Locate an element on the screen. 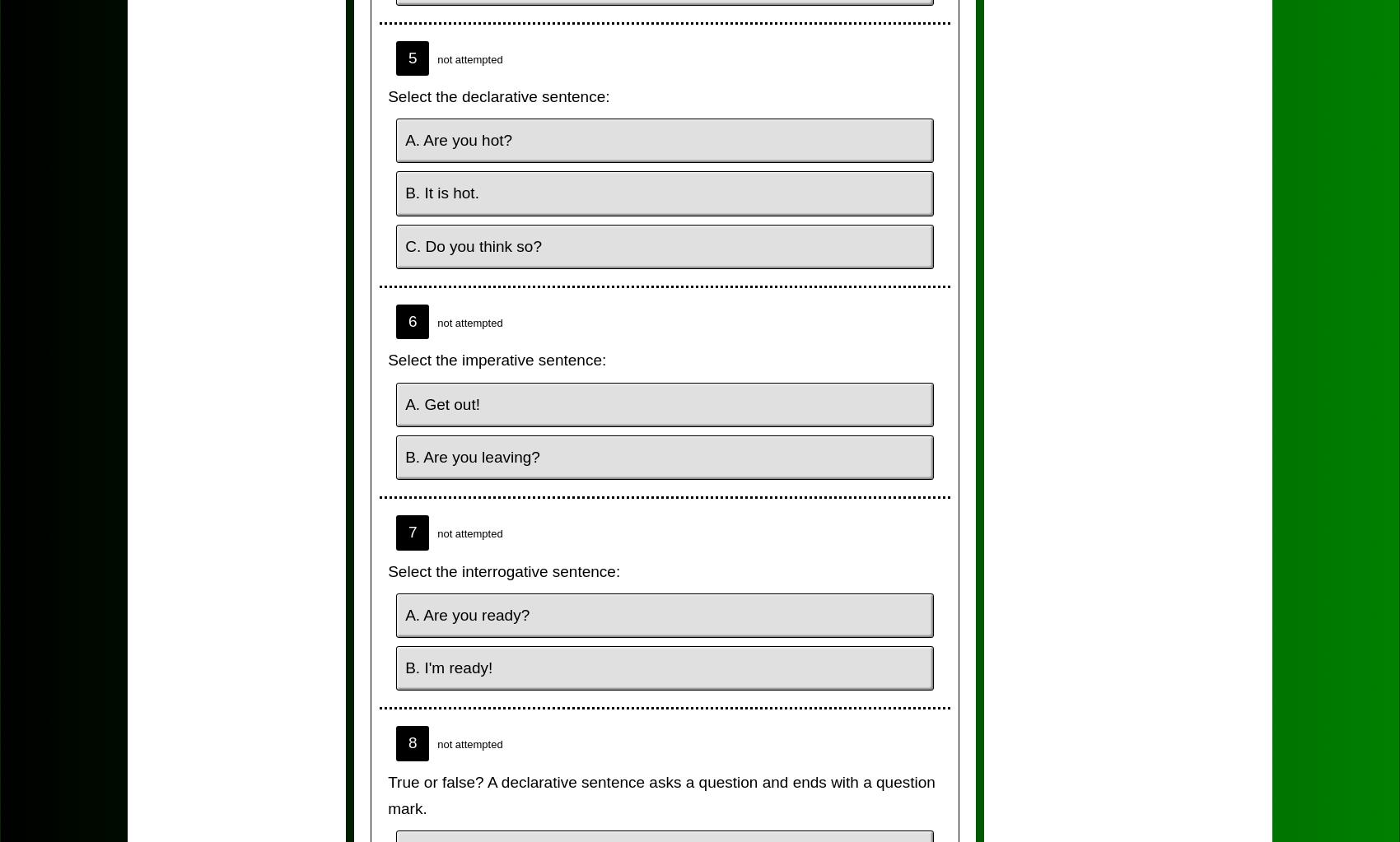 This screenshot has height=842, width=1400. 'True or false? A declarative sentence asks a question and ends with a question mark.' is located at coordinates (660, 795).